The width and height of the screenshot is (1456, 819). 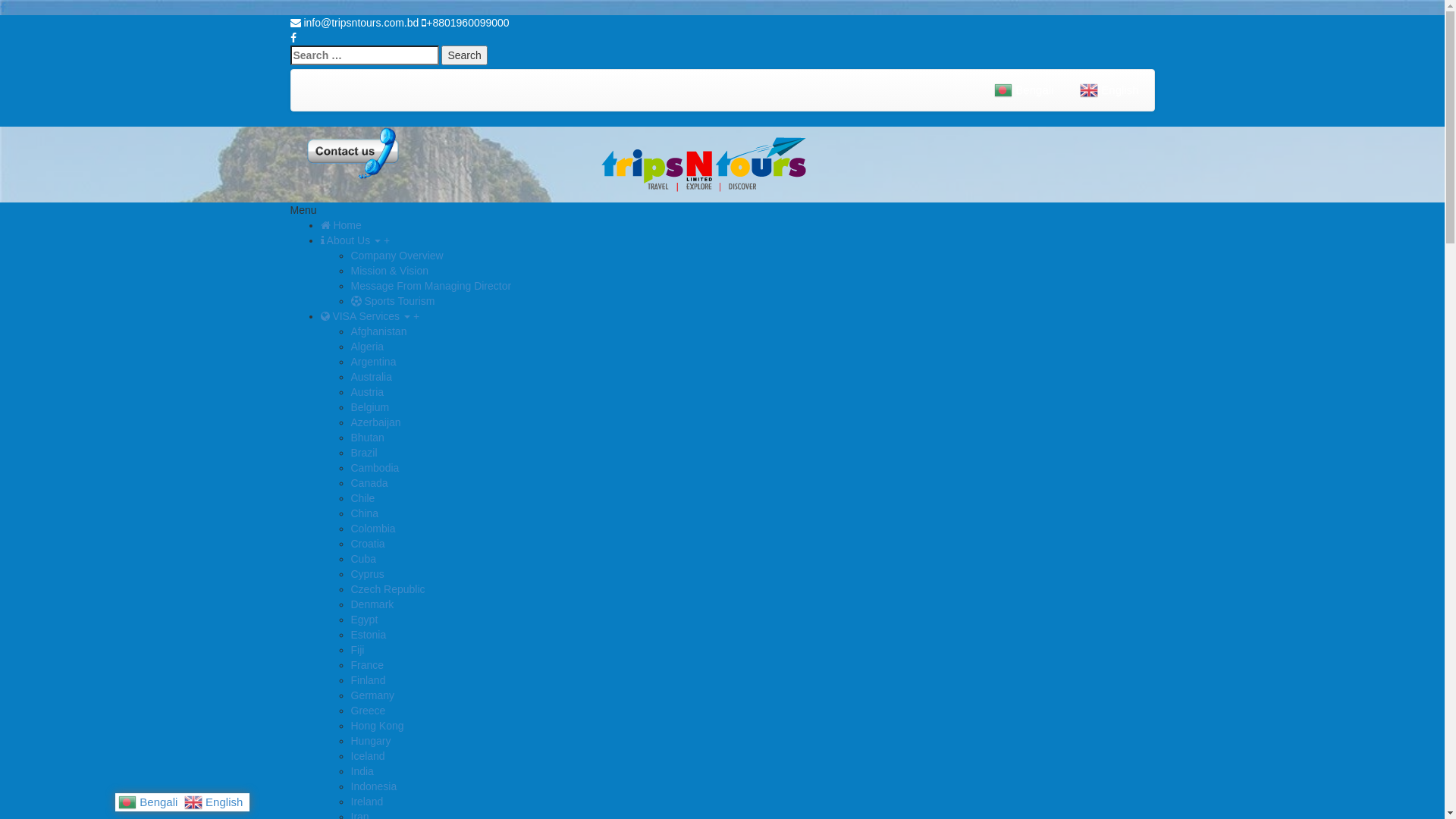 I want to click on 'Azerbaijan', so click(x=375, y=422).